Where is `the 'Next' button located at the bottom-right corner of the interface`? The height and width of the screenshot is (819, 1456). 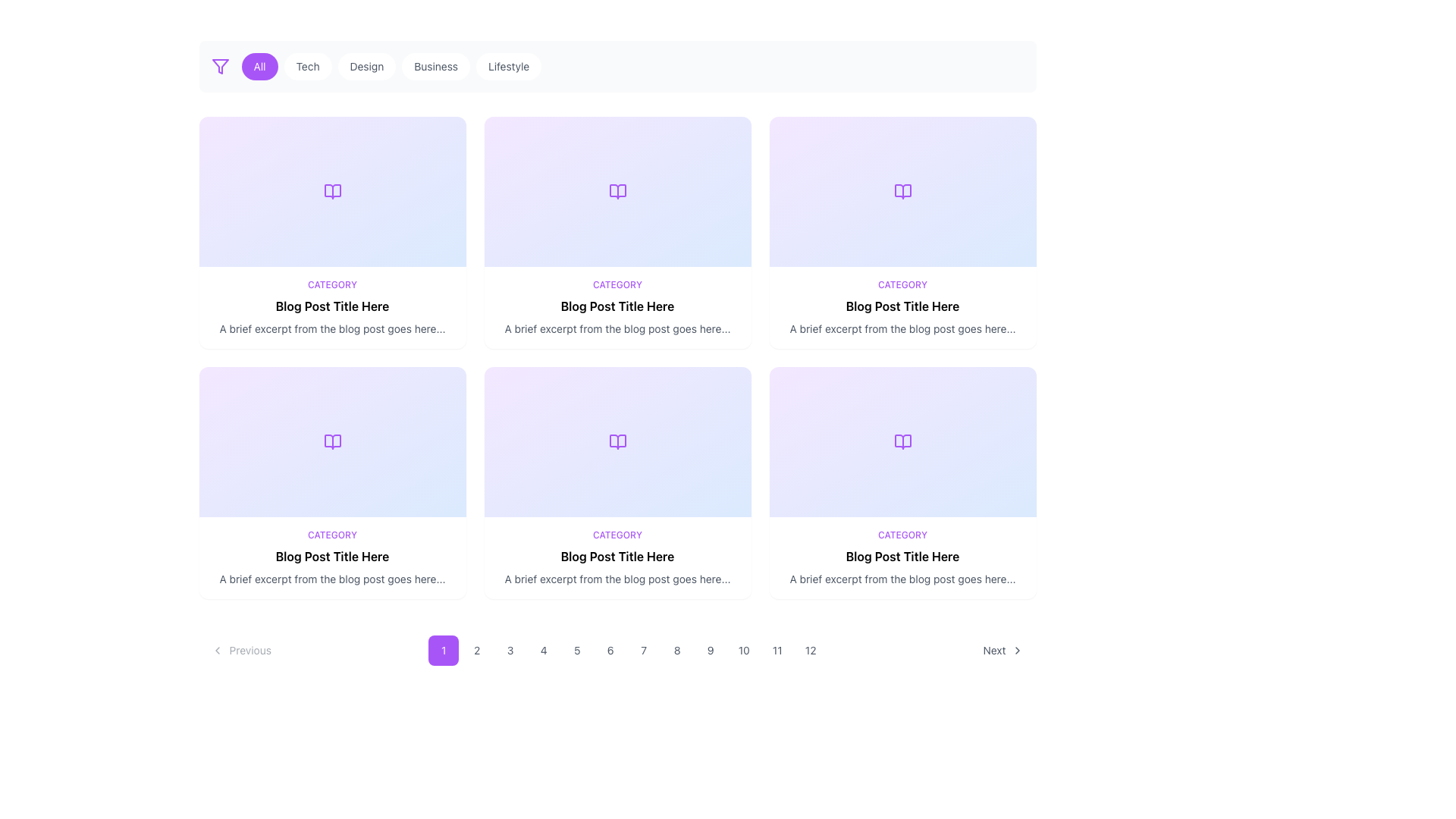
the 'Next' button located at the bottom-right corner of the interface is located at coordinates (1003, 649).